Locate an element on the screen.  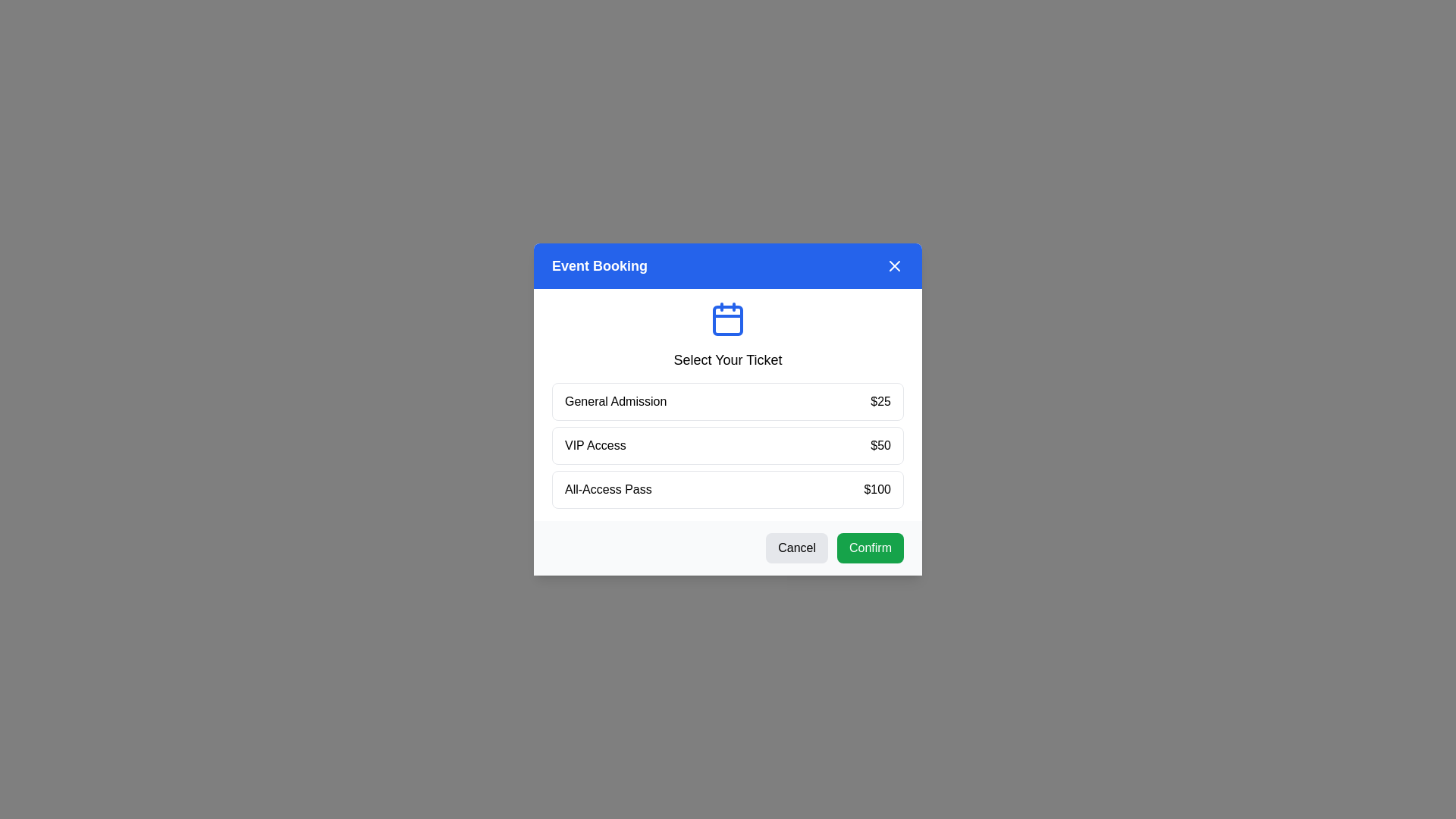
the price text element '$100' displayed in black font on a white background, located in the pricing section of the 'All-Access Pass' label is located at coordinates (877, 489).